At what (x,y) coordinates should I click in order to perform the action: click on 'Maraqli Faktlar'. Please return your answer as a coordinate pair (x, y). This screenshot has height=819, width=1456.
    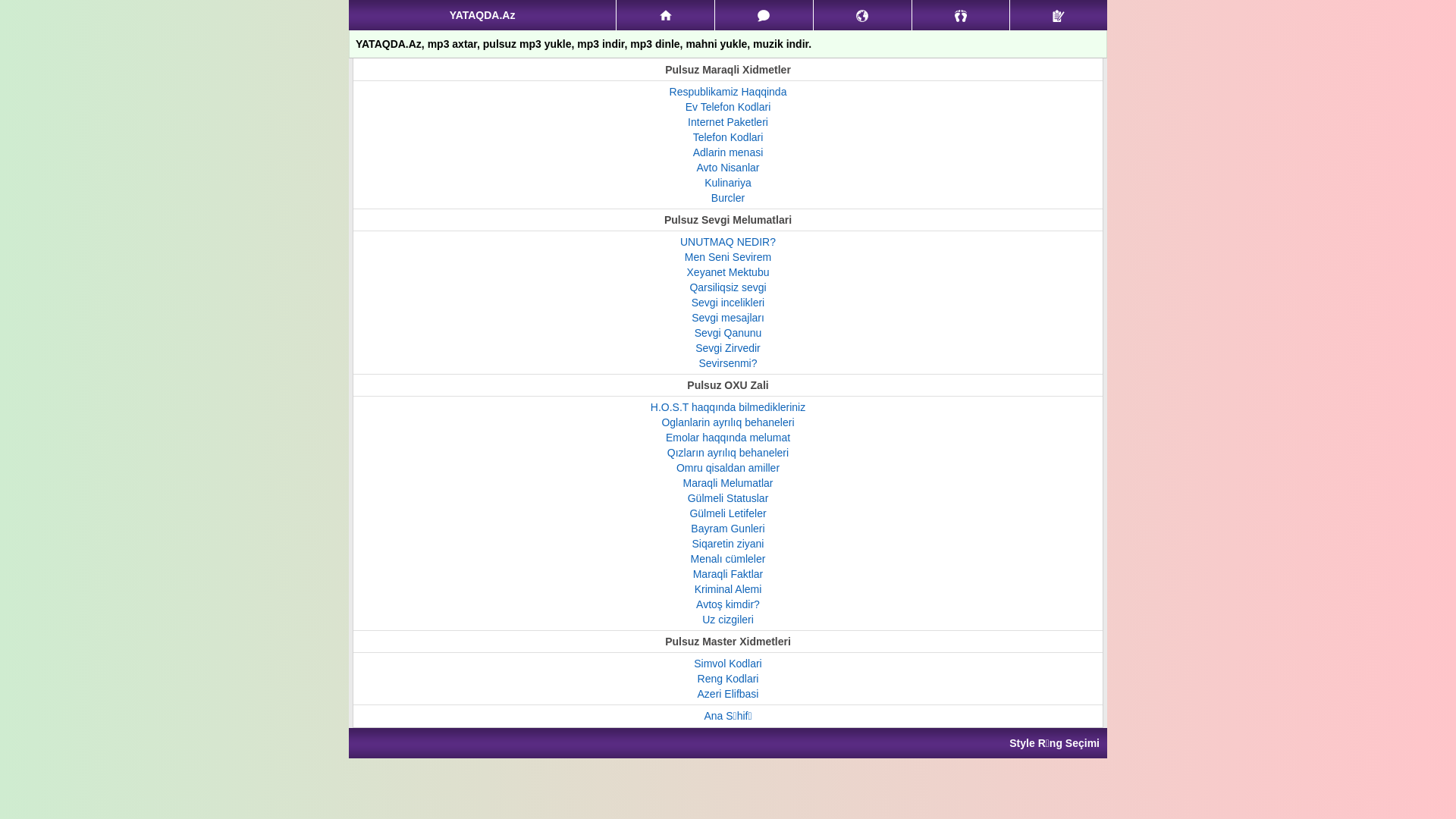
    Looking at the image, I should click on (728, 573).